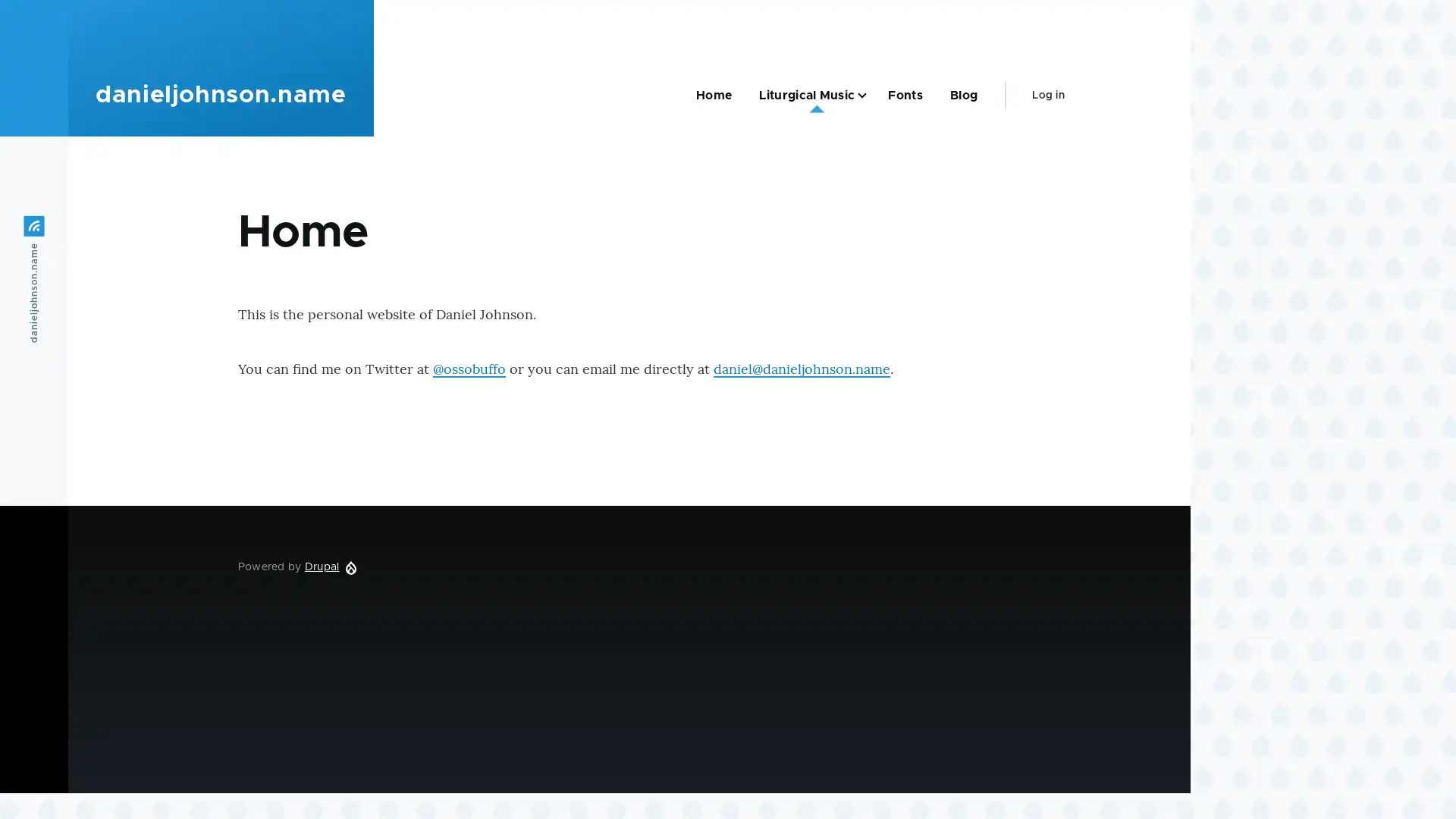 Image resolution: width=1456 pixels, height=819 pixels. What do you see at coordinates (871, 95) in the screenshot?
I see `Liturgical Music sub-navigation` at bounding box center [871, 95].